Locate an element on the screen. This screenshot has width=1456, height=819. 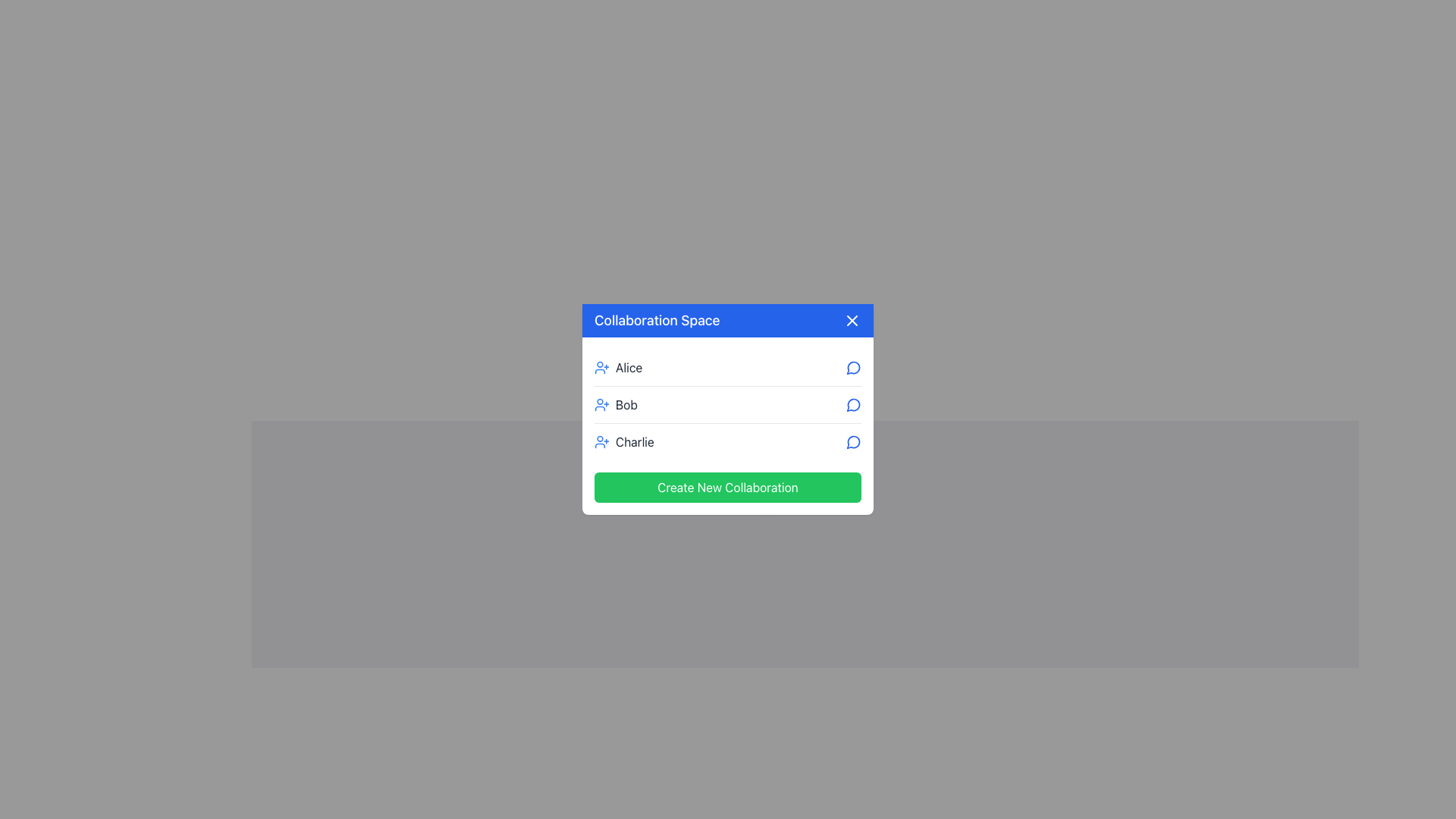
the 'Create New Collaboration' button located at the bottom edge of the 'Collaboration Space' modal is located at coordinates (728, 488).